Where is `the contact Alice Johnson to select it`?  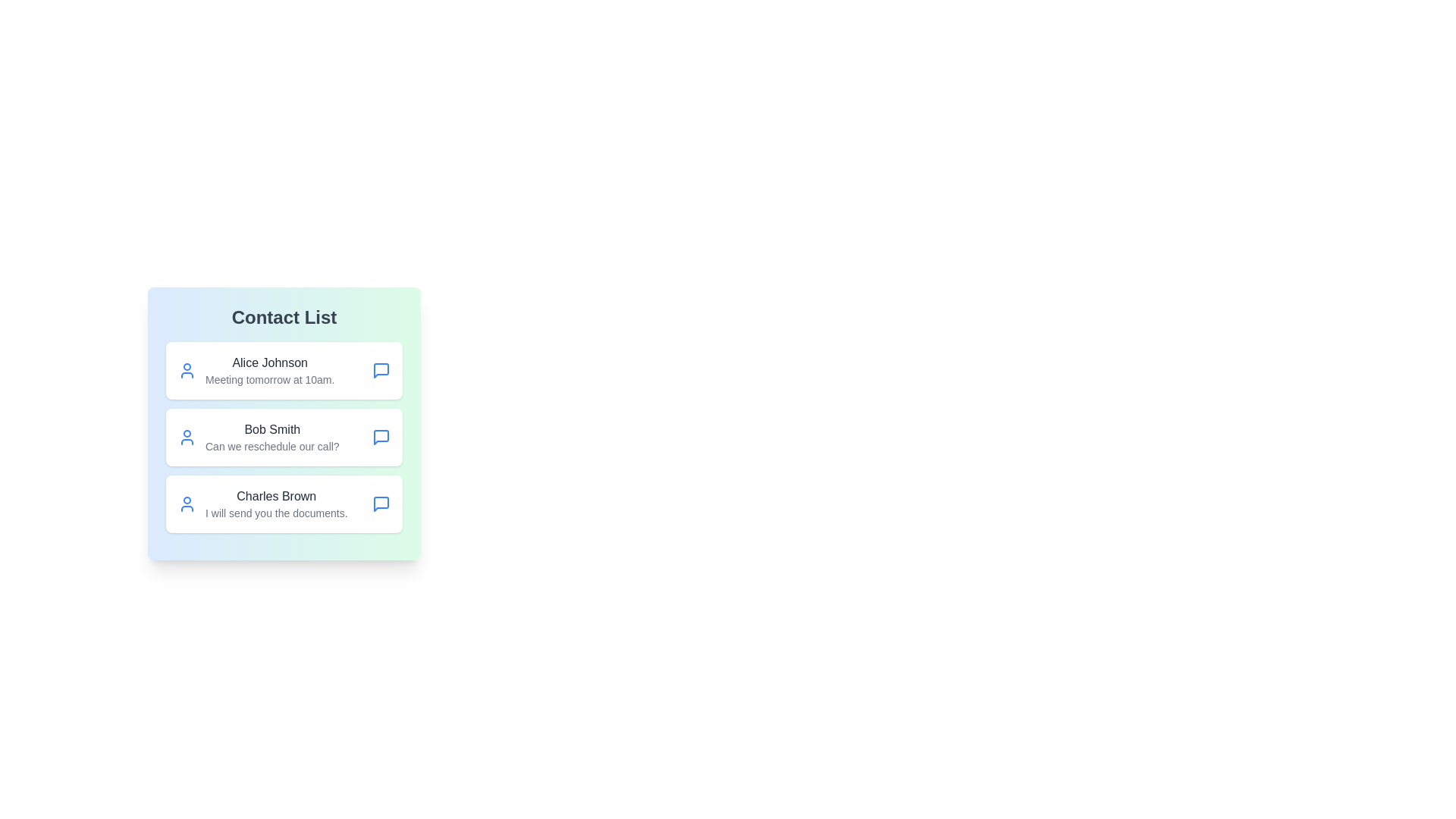
the contact Alice Johnson to select it is located at coordinates (284, 371).